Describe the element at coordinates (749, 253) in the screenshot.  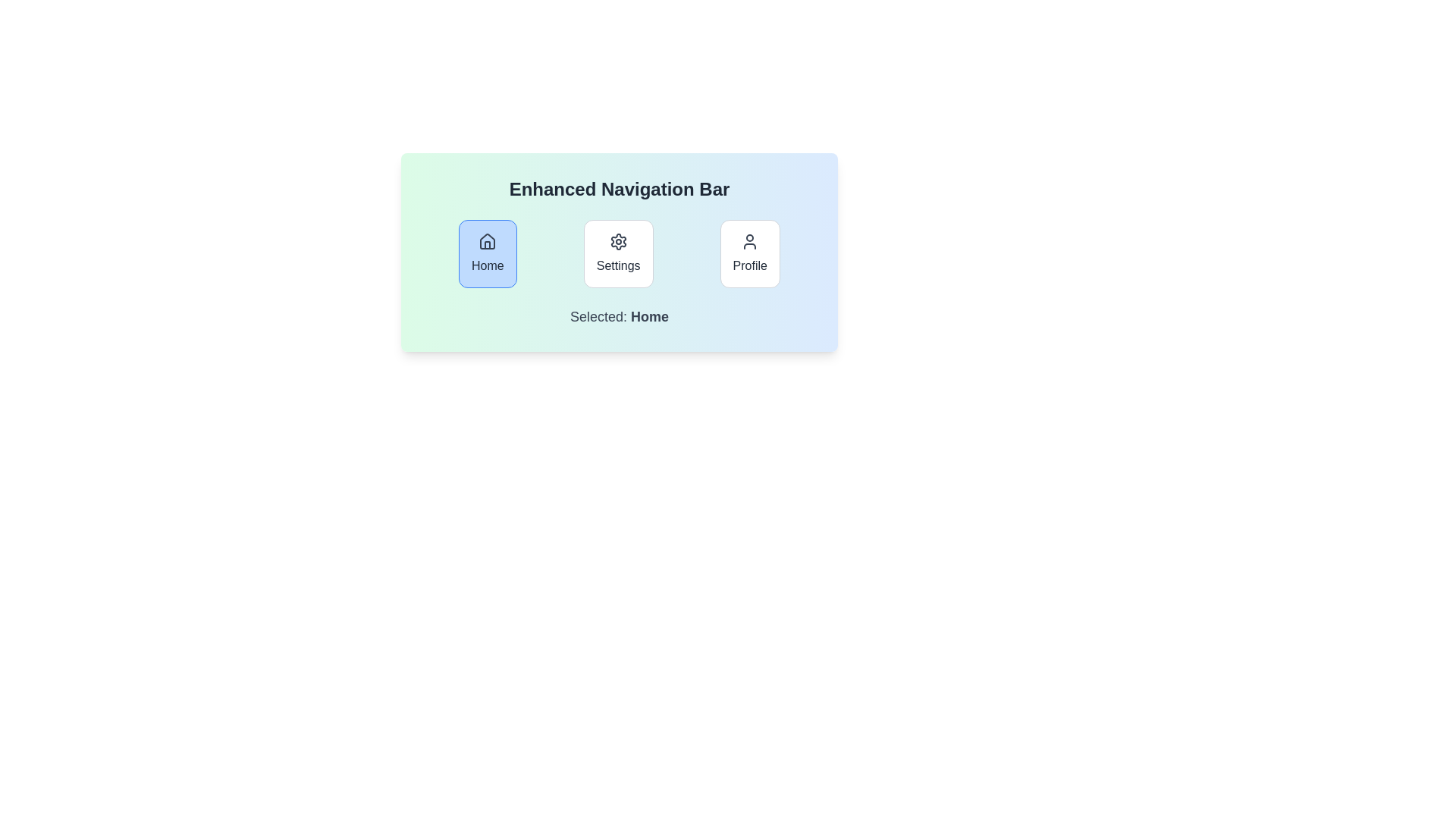
I see `the navigation button located at the rightmost position of the row of three buttons in the 'Enhanced Navigation Bar'` at that location.